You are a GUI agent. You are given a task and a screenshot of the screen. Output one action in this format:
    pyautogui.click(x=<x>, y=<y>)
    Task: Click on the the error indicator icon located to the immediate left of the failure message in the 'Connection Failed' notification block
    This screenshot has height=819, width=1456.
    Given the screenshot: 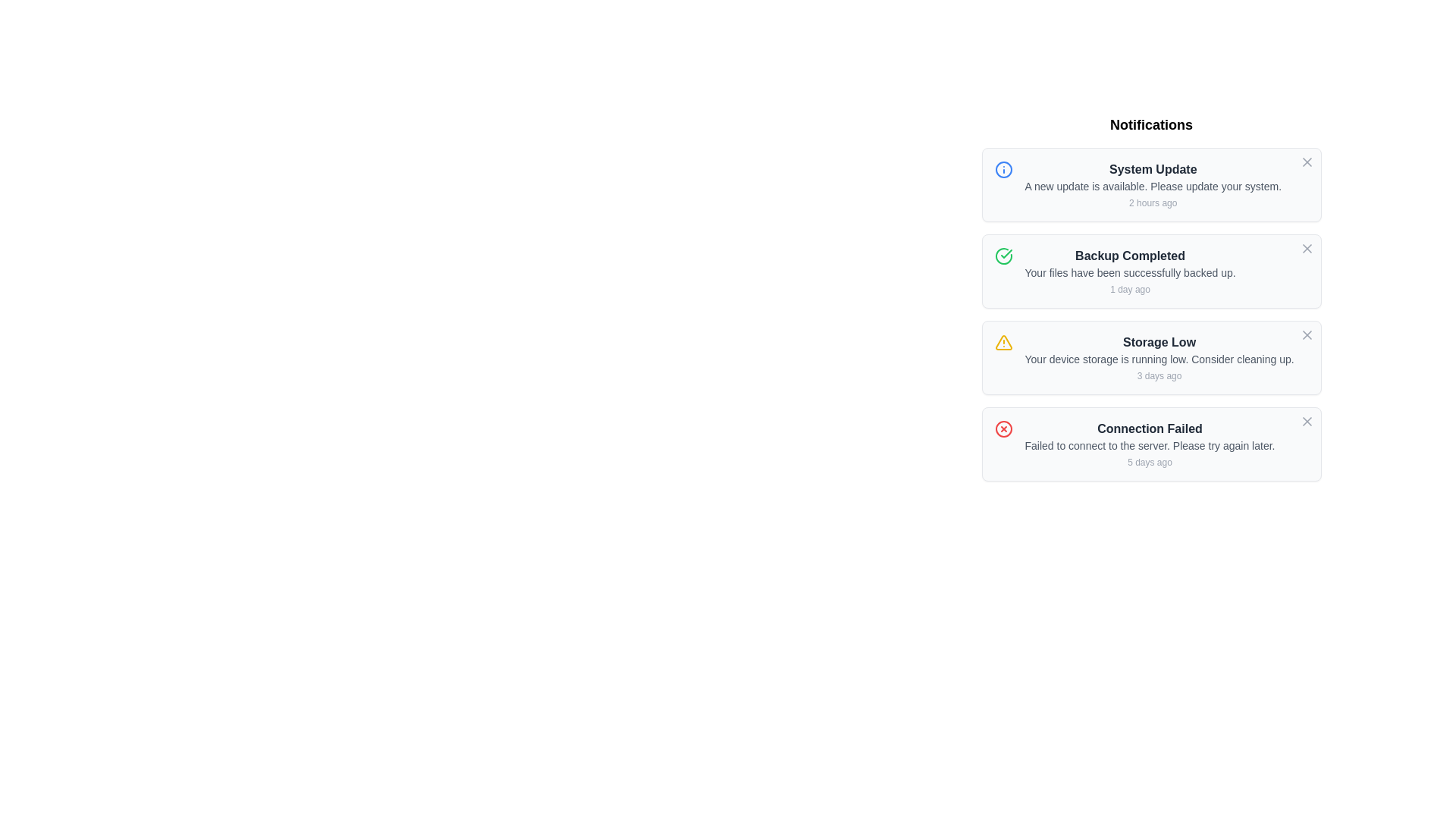 What is the action you would take?
    pyautogui.click(x=1003, y=429)
    